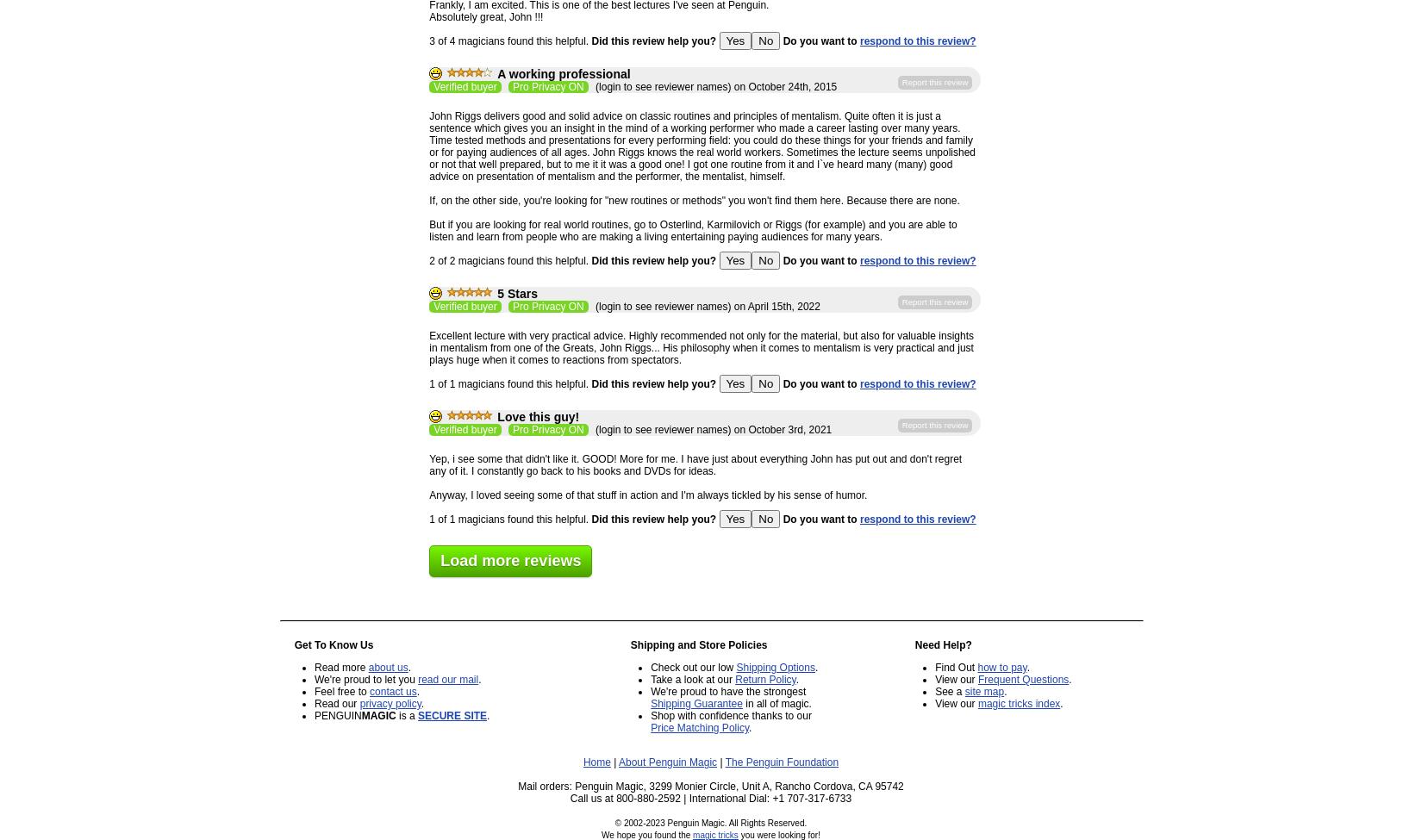 The height and width of the screenshot is (840, 1422). What do you see at coordinates (537, 416) in the screenshot?
I see `'Love this guy!'` at bounding box center [537, 416].